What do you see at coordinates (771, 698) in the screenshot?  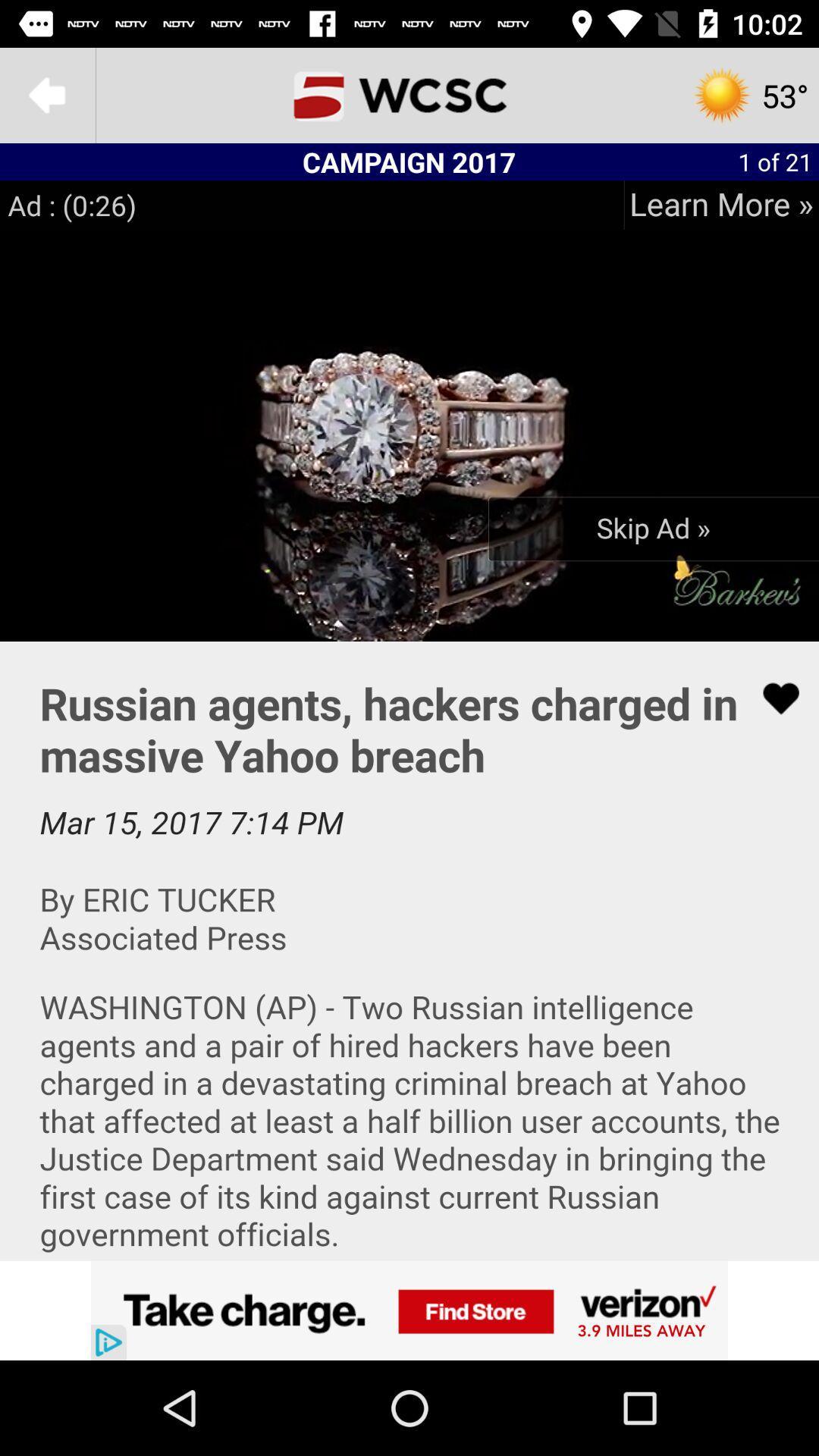 I see `the favorite icon` at bounding box center [771, 698].